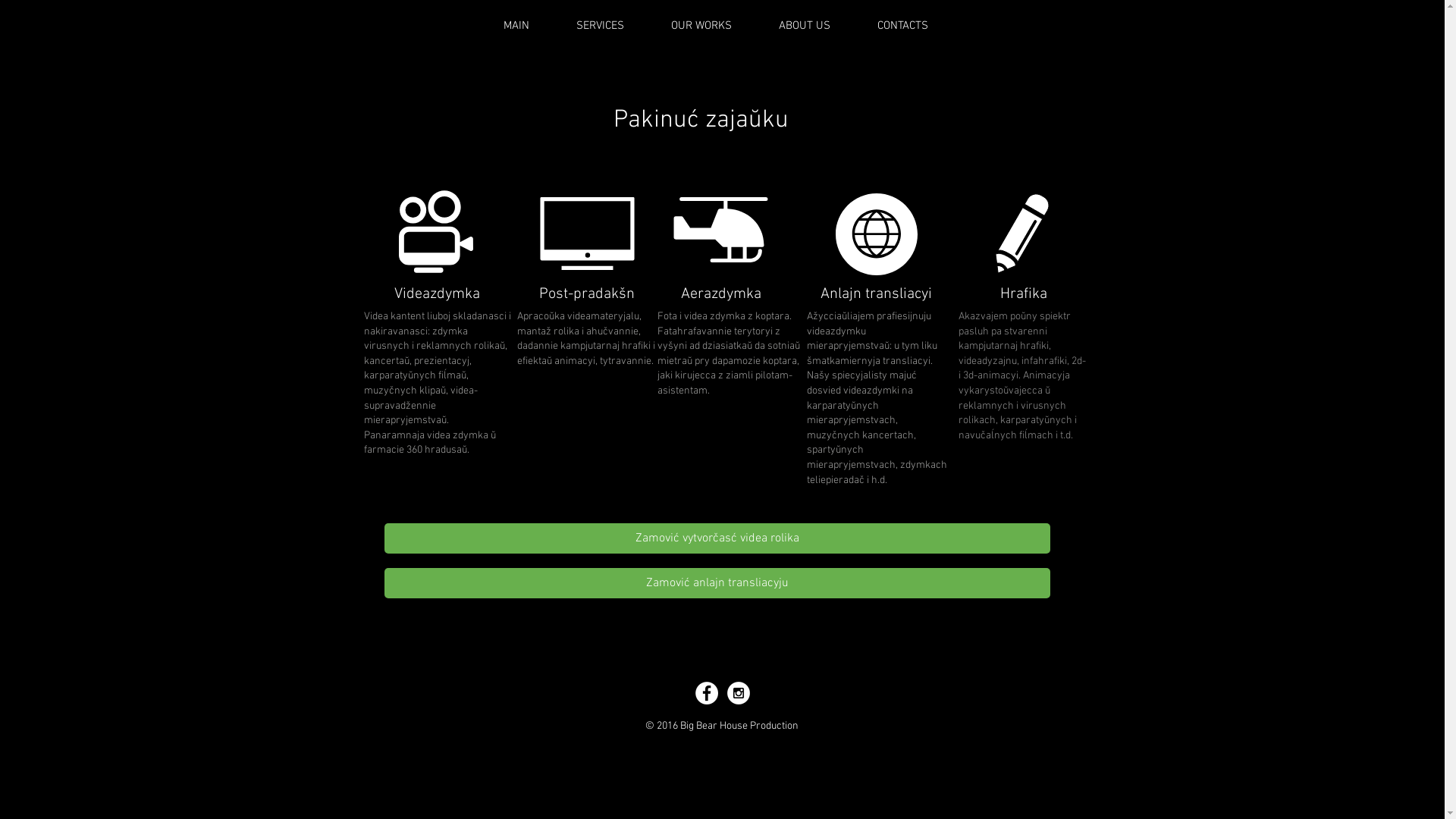 Image resolution: width=1456 pixels, height=819 pixels. What do you see at coordinates (902, 26) in the screenshot?
I see `'CONTACTS'` at bounding box center [902, 26].